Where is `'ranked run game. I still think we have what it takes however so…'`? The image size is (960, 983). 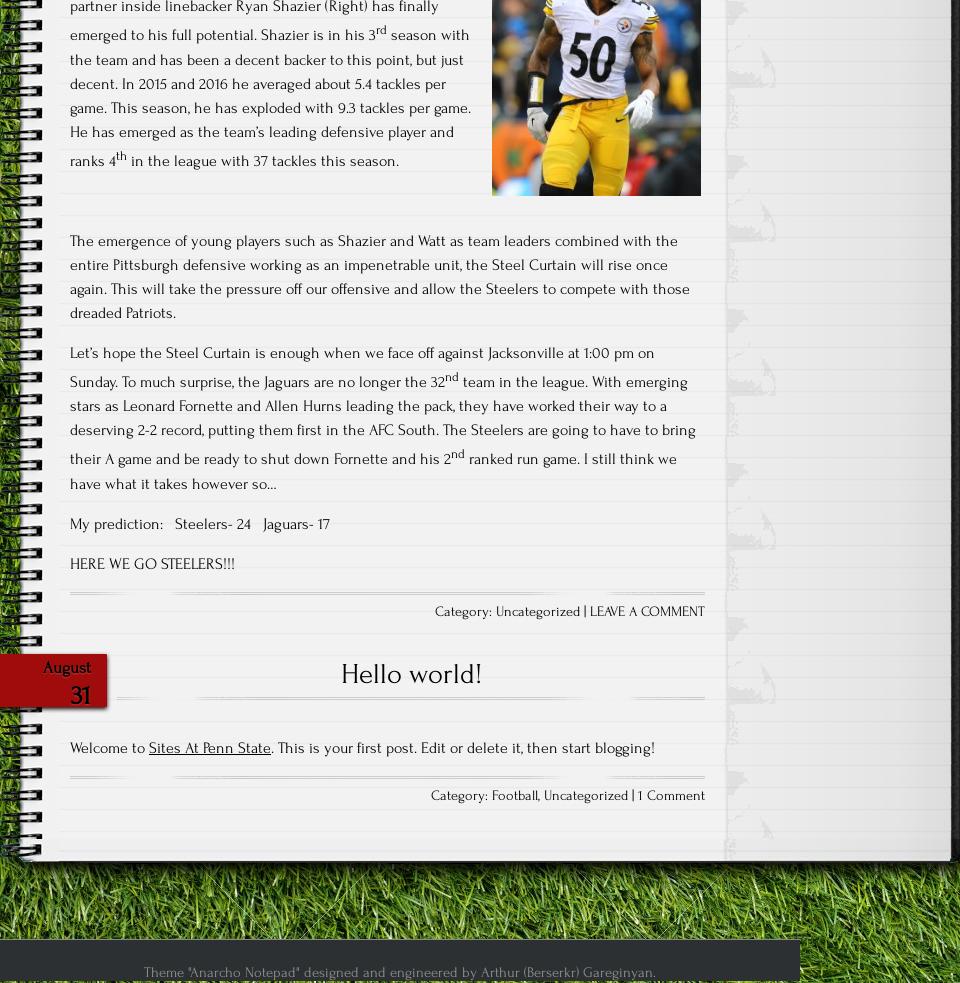 'ranked run game. I still think we have what it takes however so…' is located at coordinates (372, 469).